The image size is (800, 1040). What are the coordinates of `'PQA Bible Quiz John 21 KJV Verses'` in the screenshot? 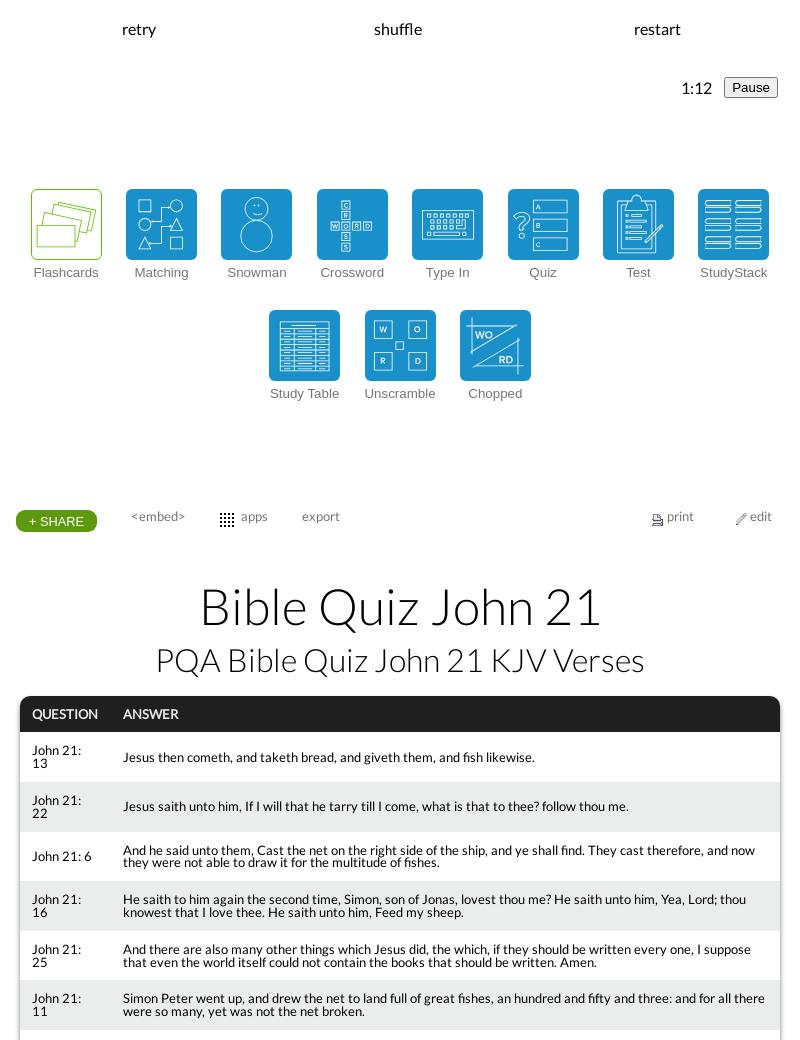 It's located at (400, 658).